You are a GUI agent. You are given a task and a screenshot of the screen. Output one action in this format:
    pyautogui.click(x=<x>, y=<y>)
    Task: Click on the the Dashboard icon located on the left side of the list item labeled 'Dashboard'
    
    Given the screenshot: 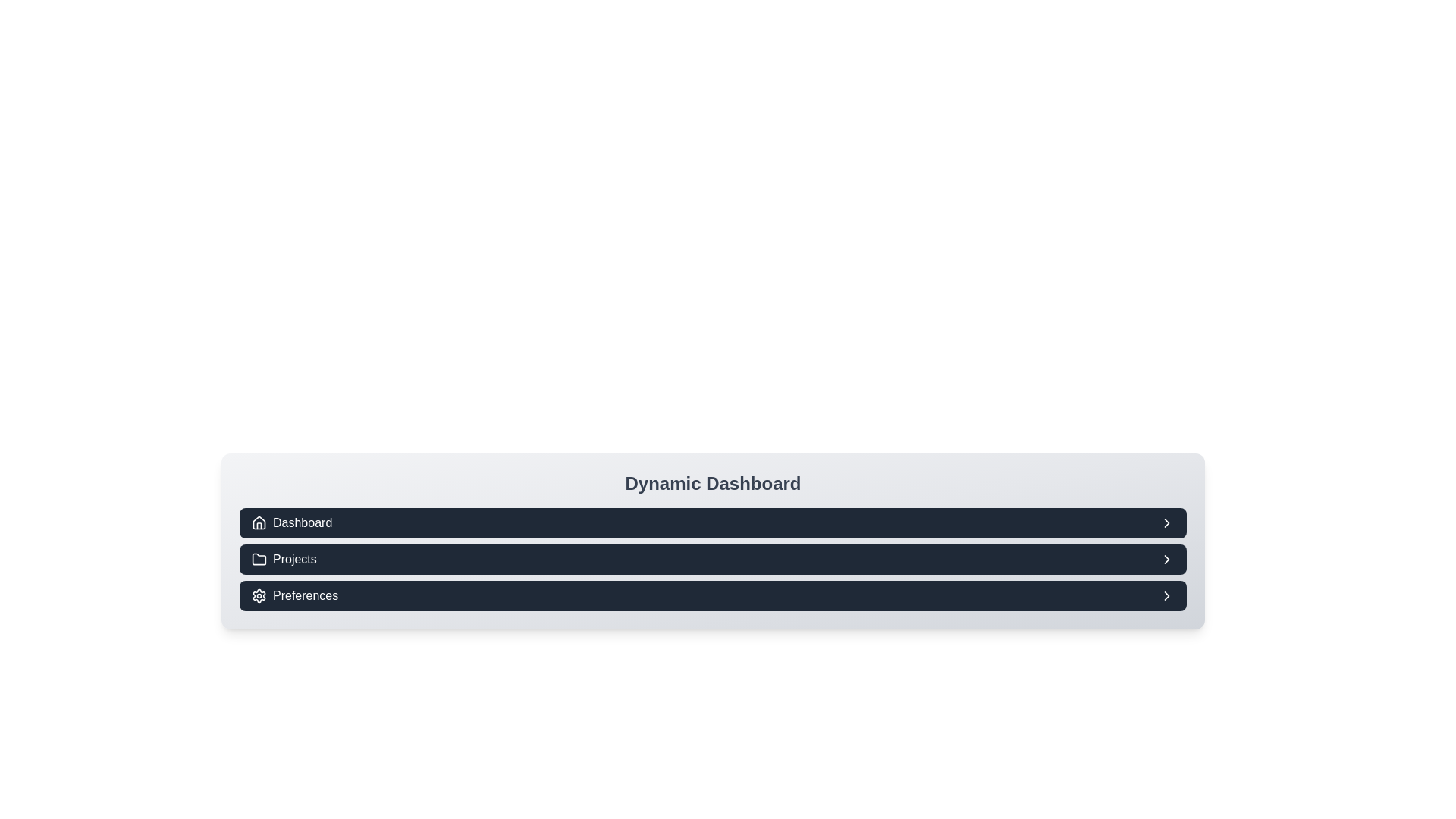 What is the action you would take?
    pyautogui.click(x=259, y=522)
    